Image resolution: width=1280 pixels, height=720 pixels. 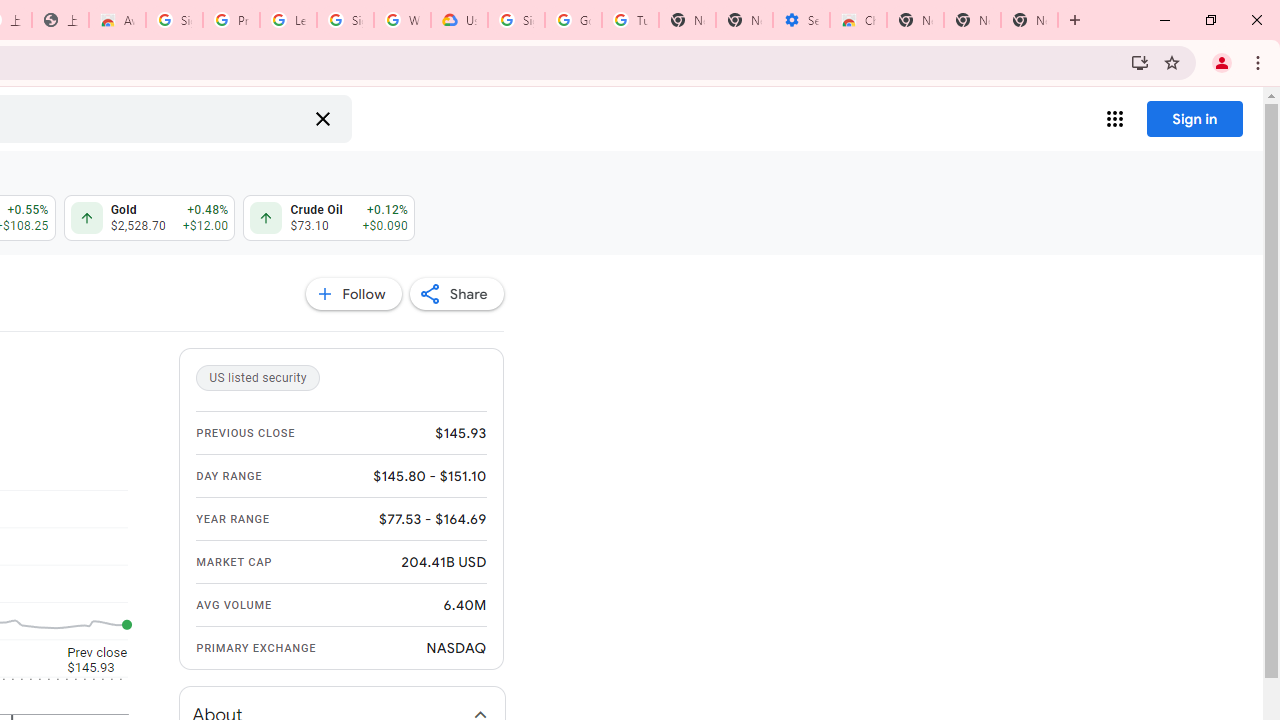 I want to click on 'Chrome Web Store - Accessibility extensions', so click(x=858, y=20).